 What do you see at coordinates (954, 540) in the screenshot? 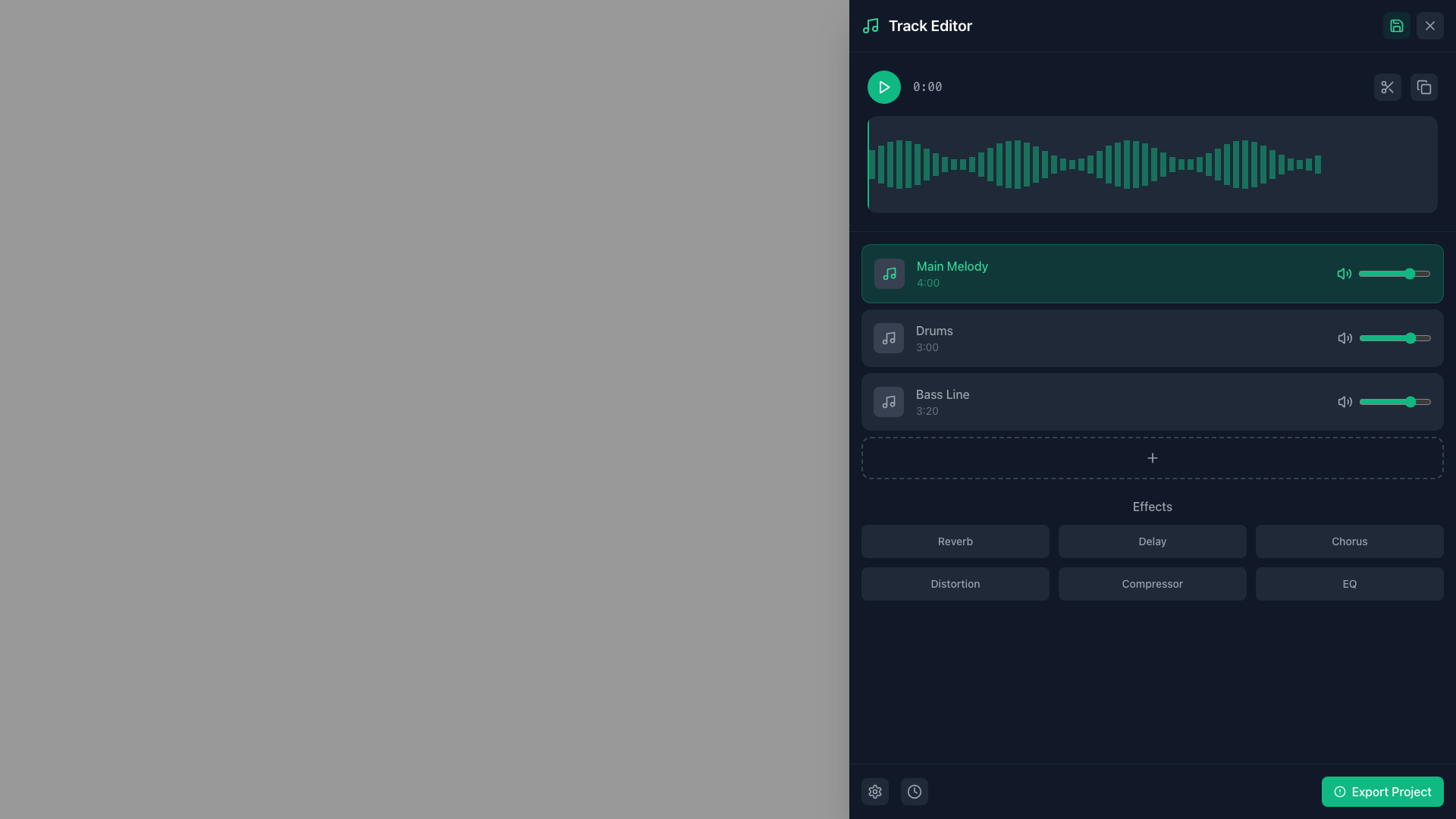
I see `the 'Reverb' button located in the top-left corner of the effects button grid` at bounding box center [954, 540].